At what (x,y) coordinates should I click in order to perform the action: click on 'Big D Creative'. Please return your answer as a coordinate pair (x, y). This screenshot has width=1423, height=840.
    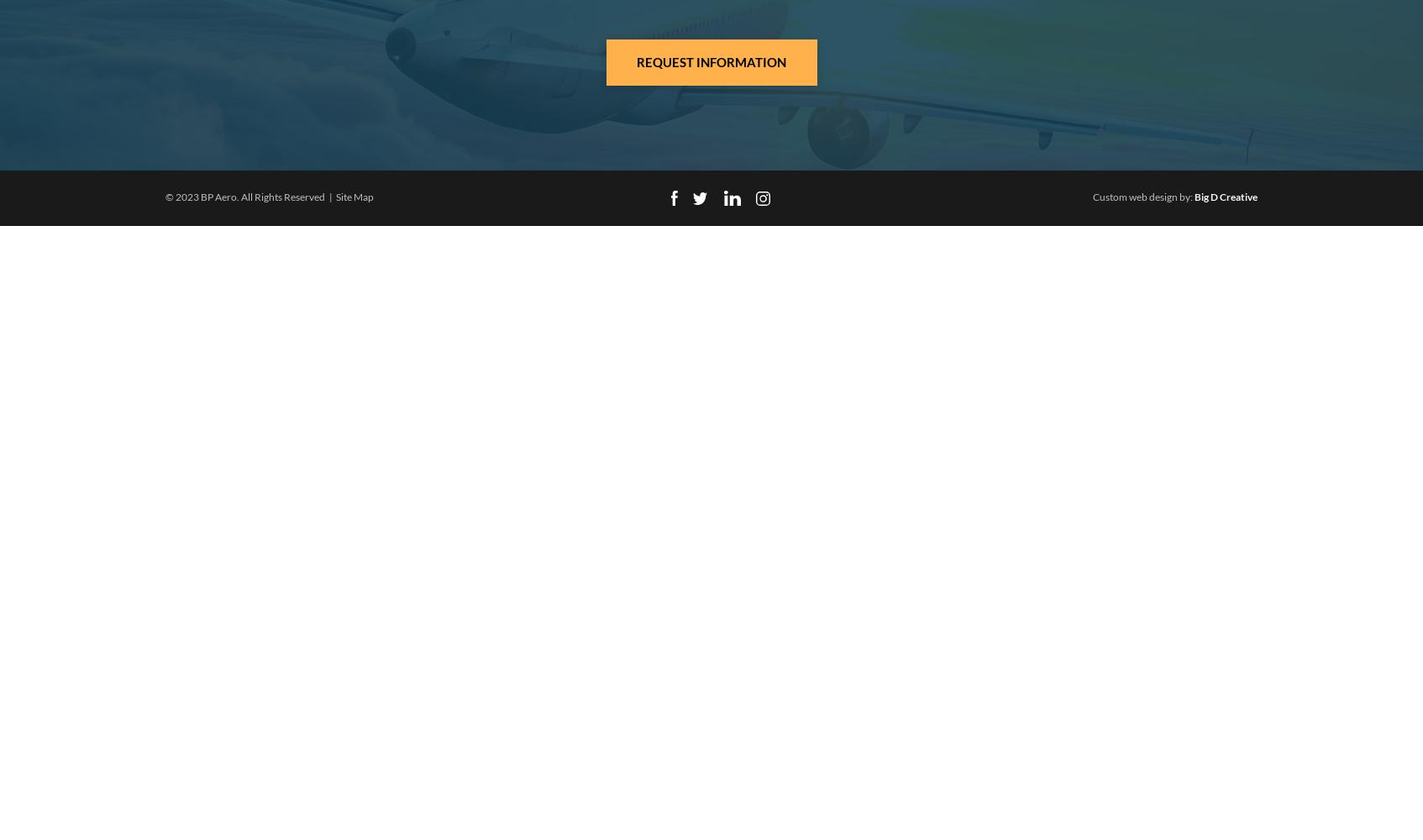
    Looking at the image, I should click on (1225, 196).